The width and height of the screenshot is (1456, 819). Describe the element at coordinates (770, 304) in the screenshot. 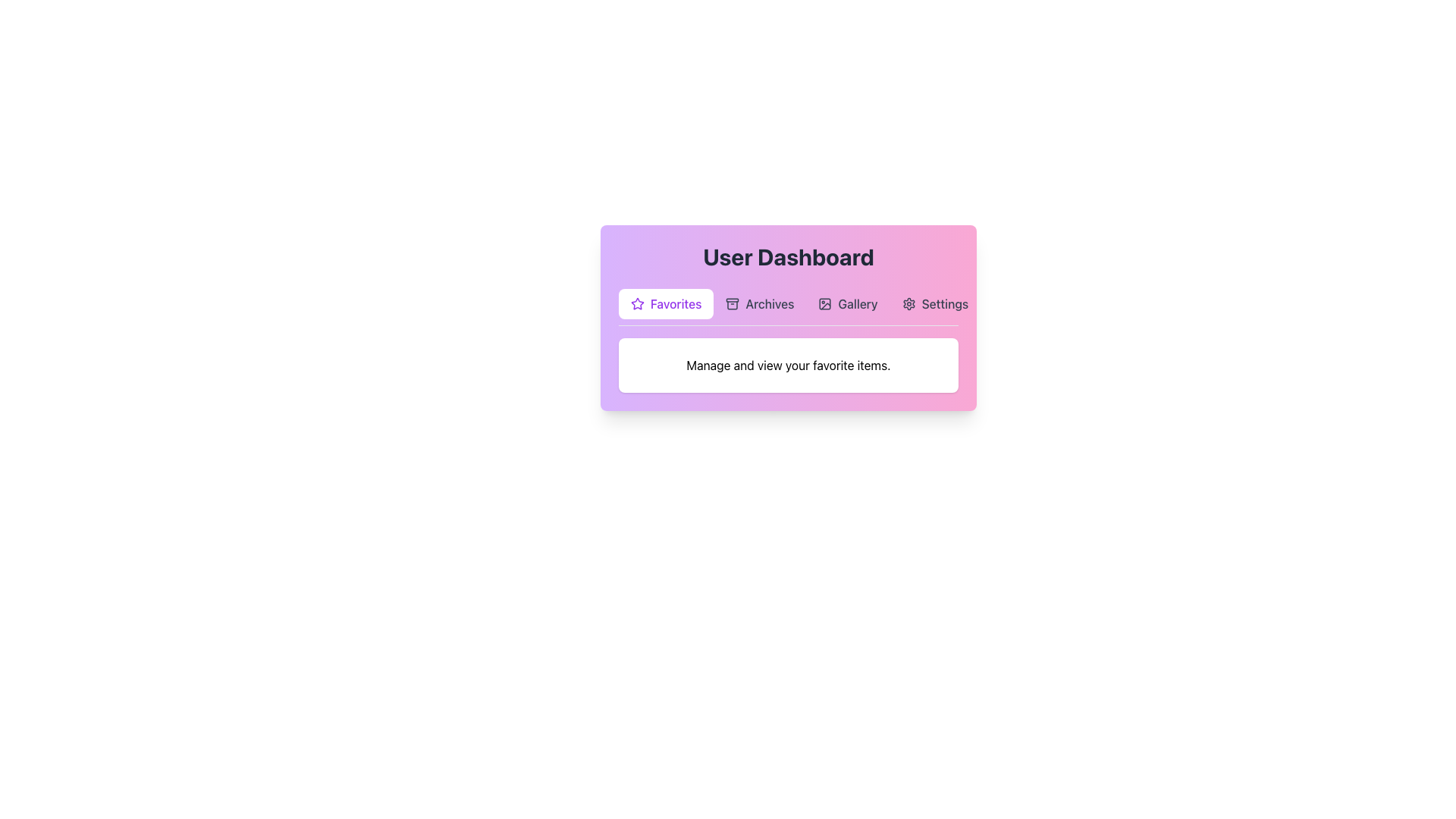

I see `the 'Archives' text label located in the navigation menu under 'User Dashboard', positioned between the 'Favorites' button and the 'Gallery' option` at that location.